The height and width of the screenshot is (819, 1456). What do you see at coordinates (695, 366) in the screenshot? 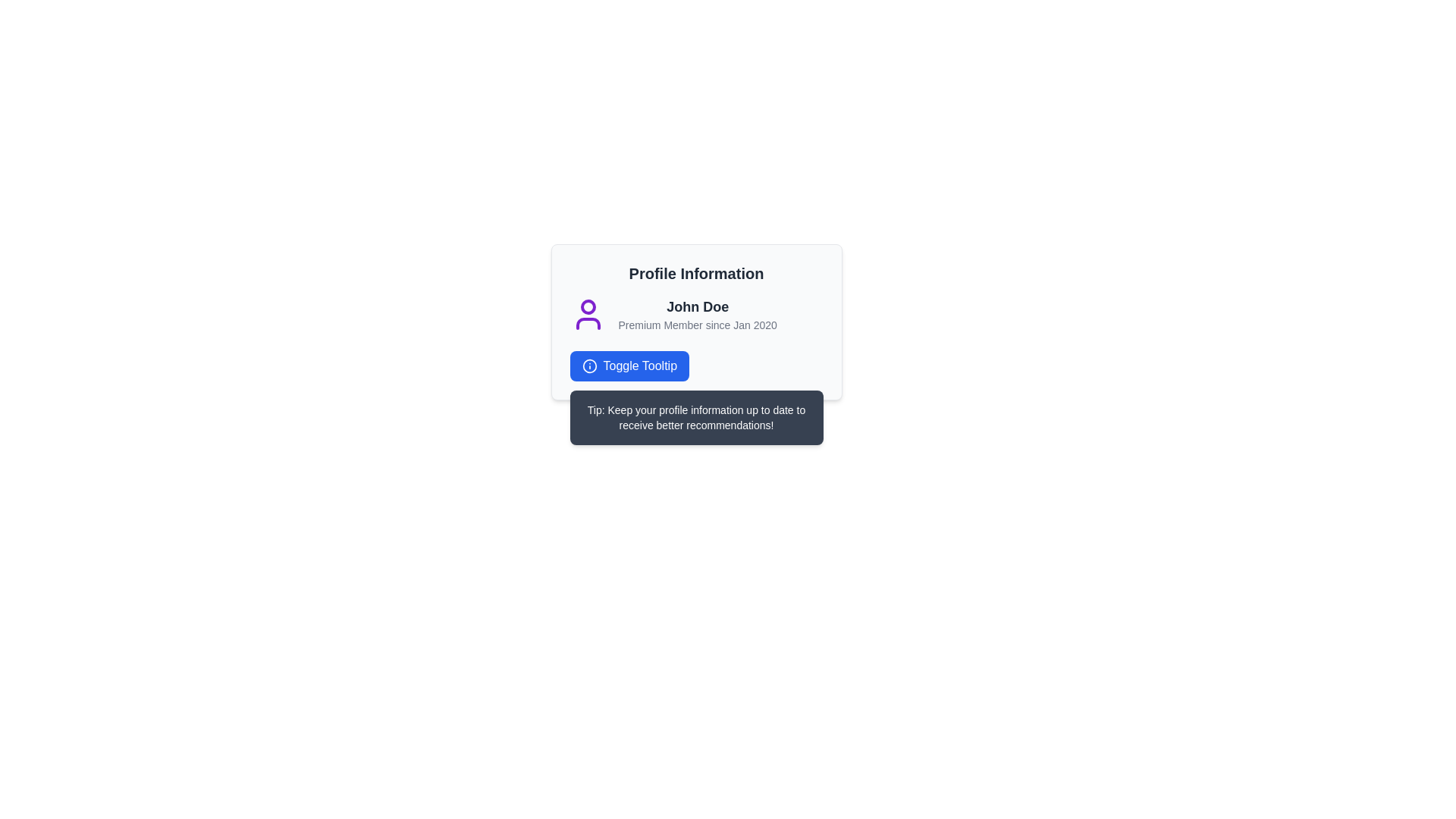
I see `the button that toggles the visibility of the tooltip box in the profile information card layout to observe its tooltip behavior` at bounding box center [695, 366].